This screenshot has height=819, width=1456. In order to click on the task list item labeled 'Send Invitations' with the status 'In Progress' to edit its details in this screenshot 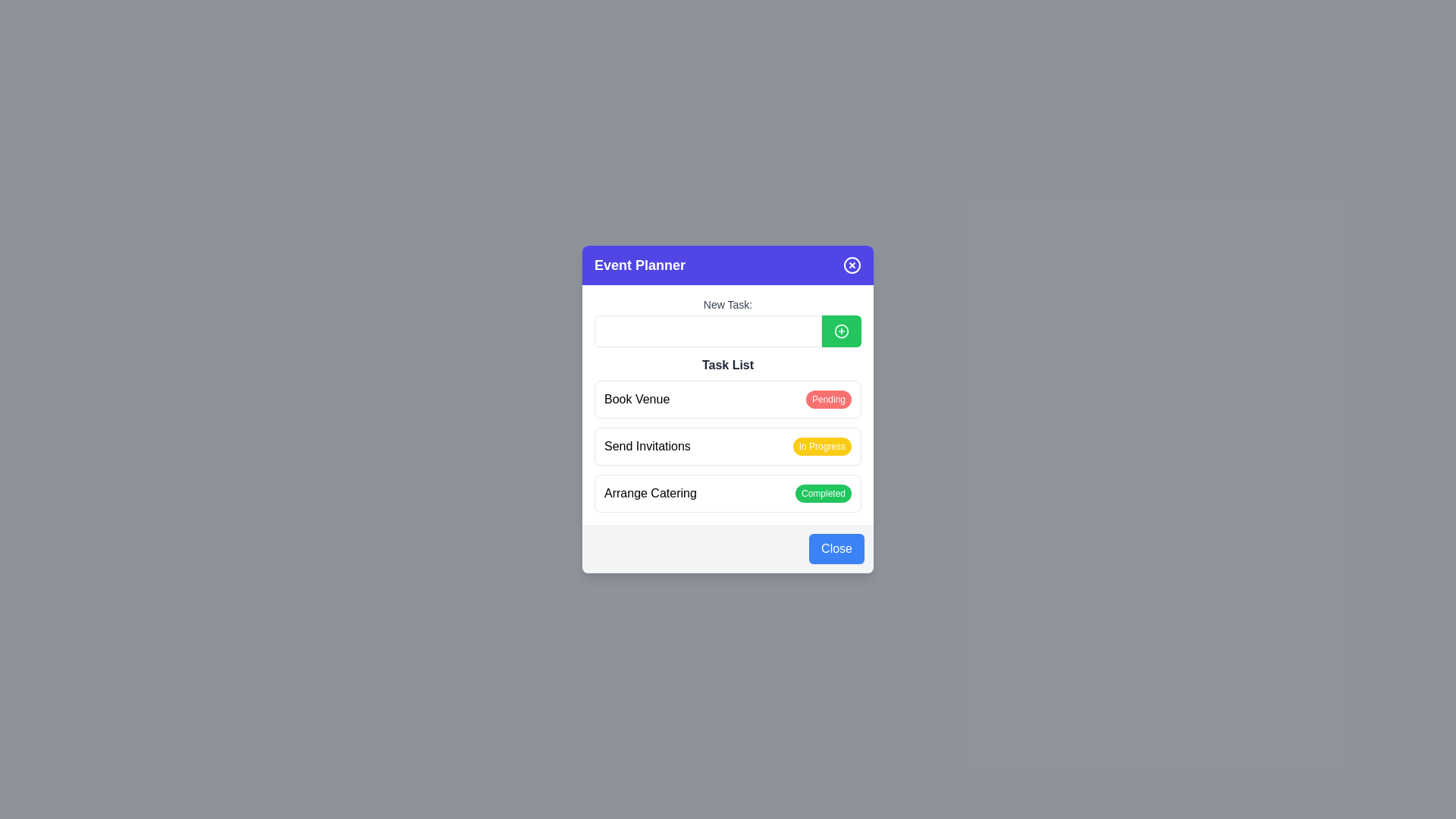, I will do `click(728, 435)`.